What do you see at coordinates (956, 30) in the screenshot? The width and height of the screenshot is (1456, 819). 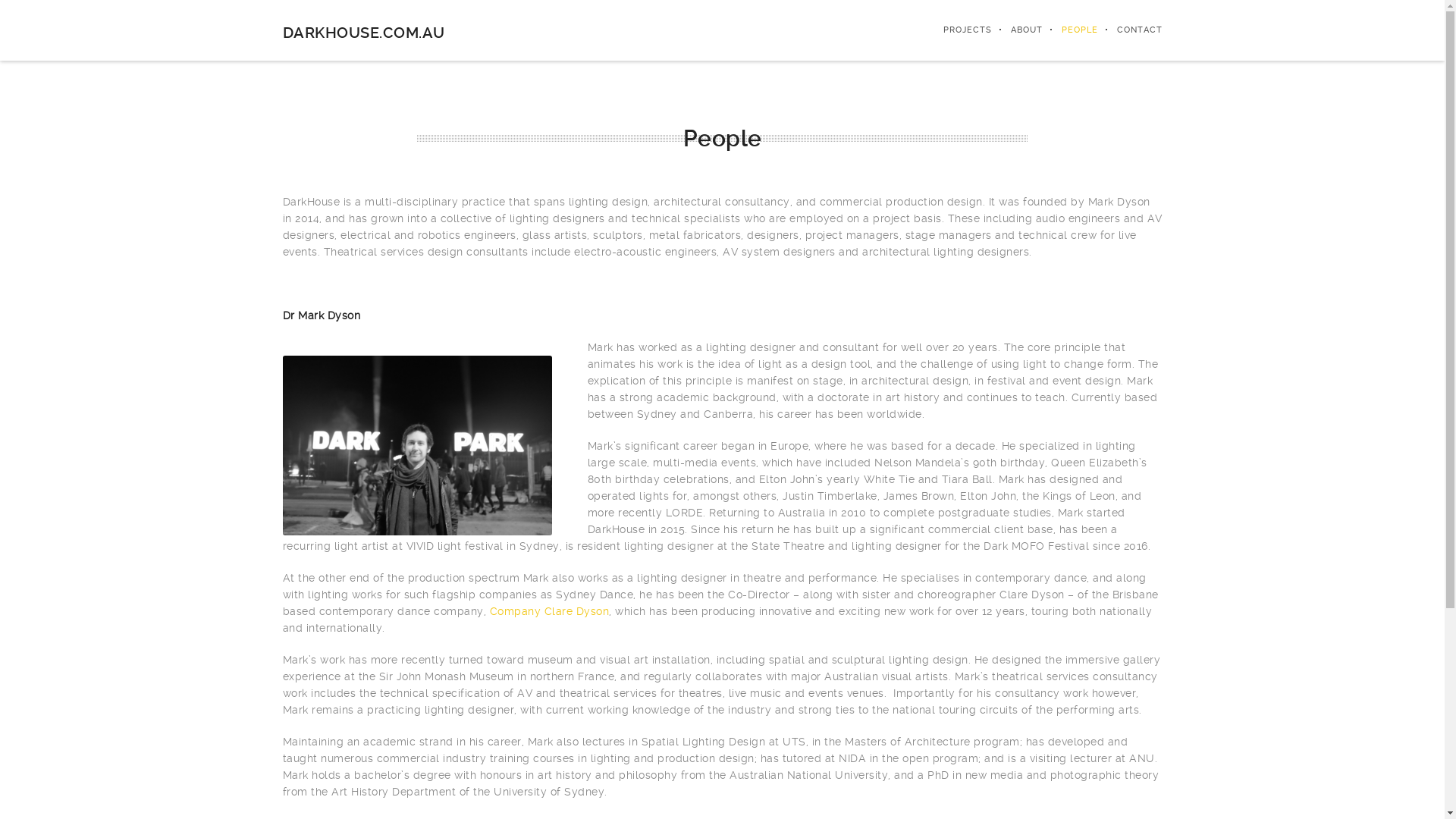 I see `'PROJECTS'` at bounding box center [956, 30].